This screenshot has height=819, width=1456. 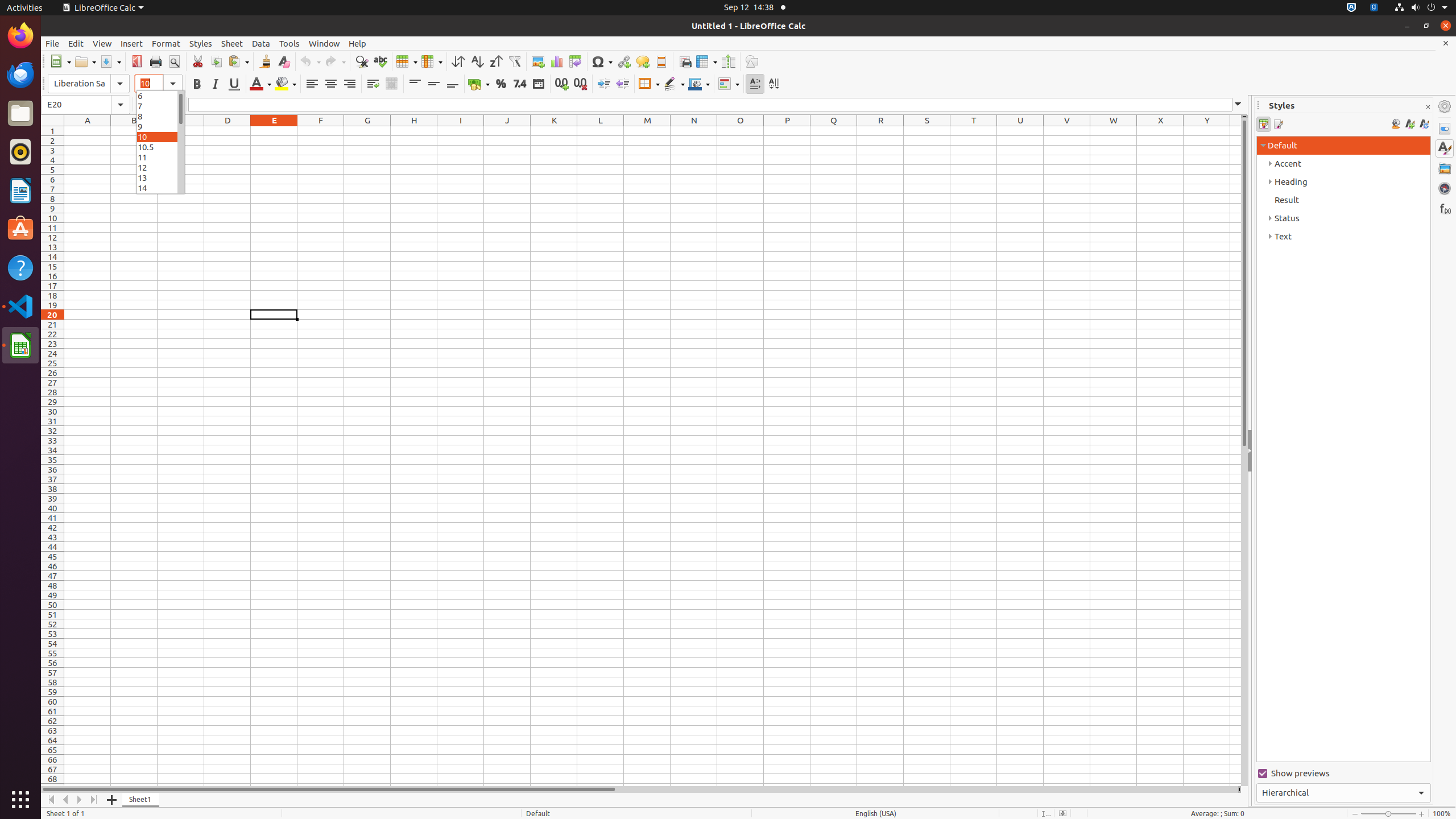 What do you see at coordinates (834, 130) in the screenshot?
I see `'Q1'` at bounding box center [834, 130].